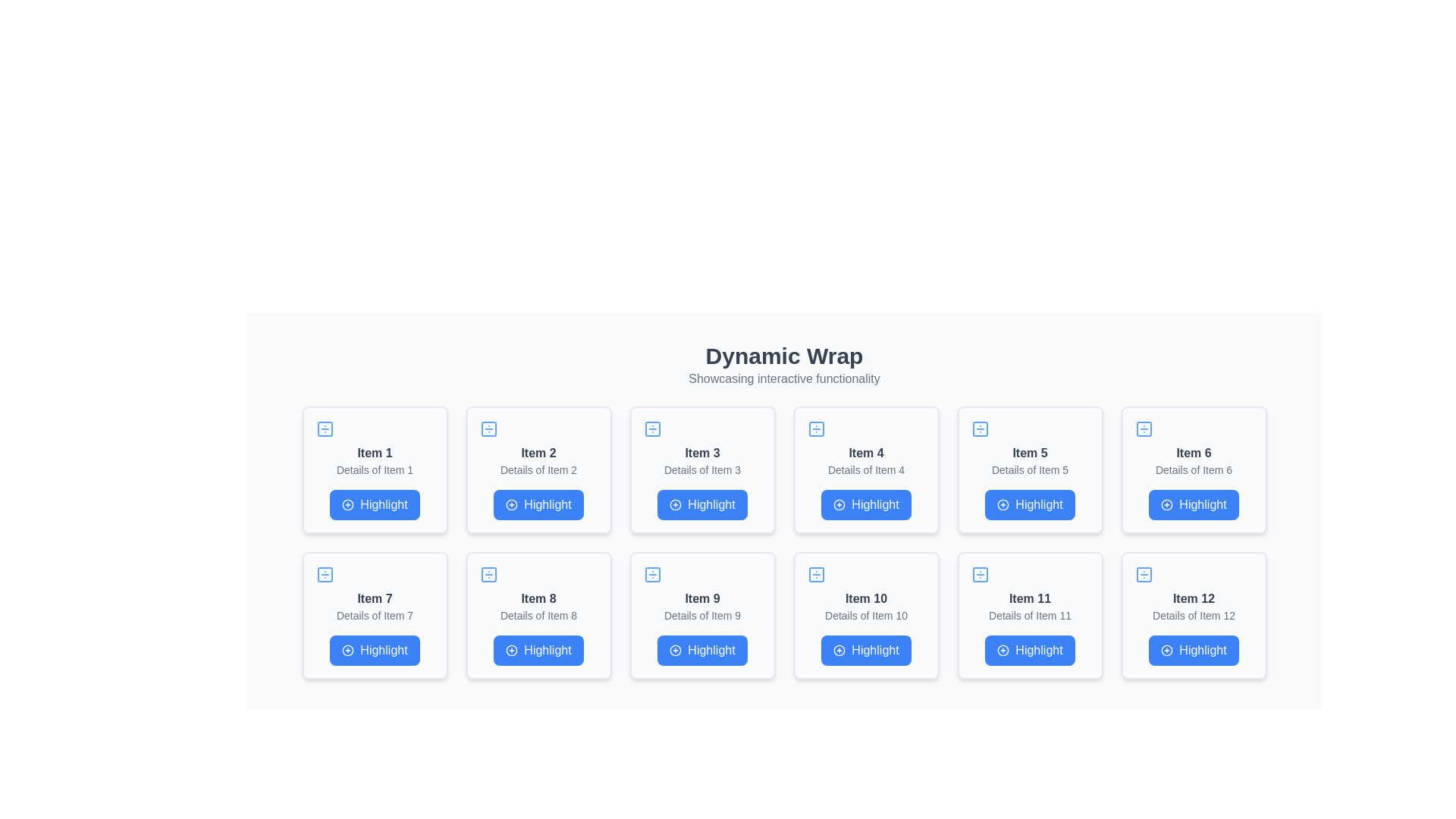  Describe the element at coordinates (512, 649) in the screenshot. I see `the SVG circle that serves as the circular background of the plus icon located to the left of the text 'Highlight' in the 'Item 8' section` at that location.